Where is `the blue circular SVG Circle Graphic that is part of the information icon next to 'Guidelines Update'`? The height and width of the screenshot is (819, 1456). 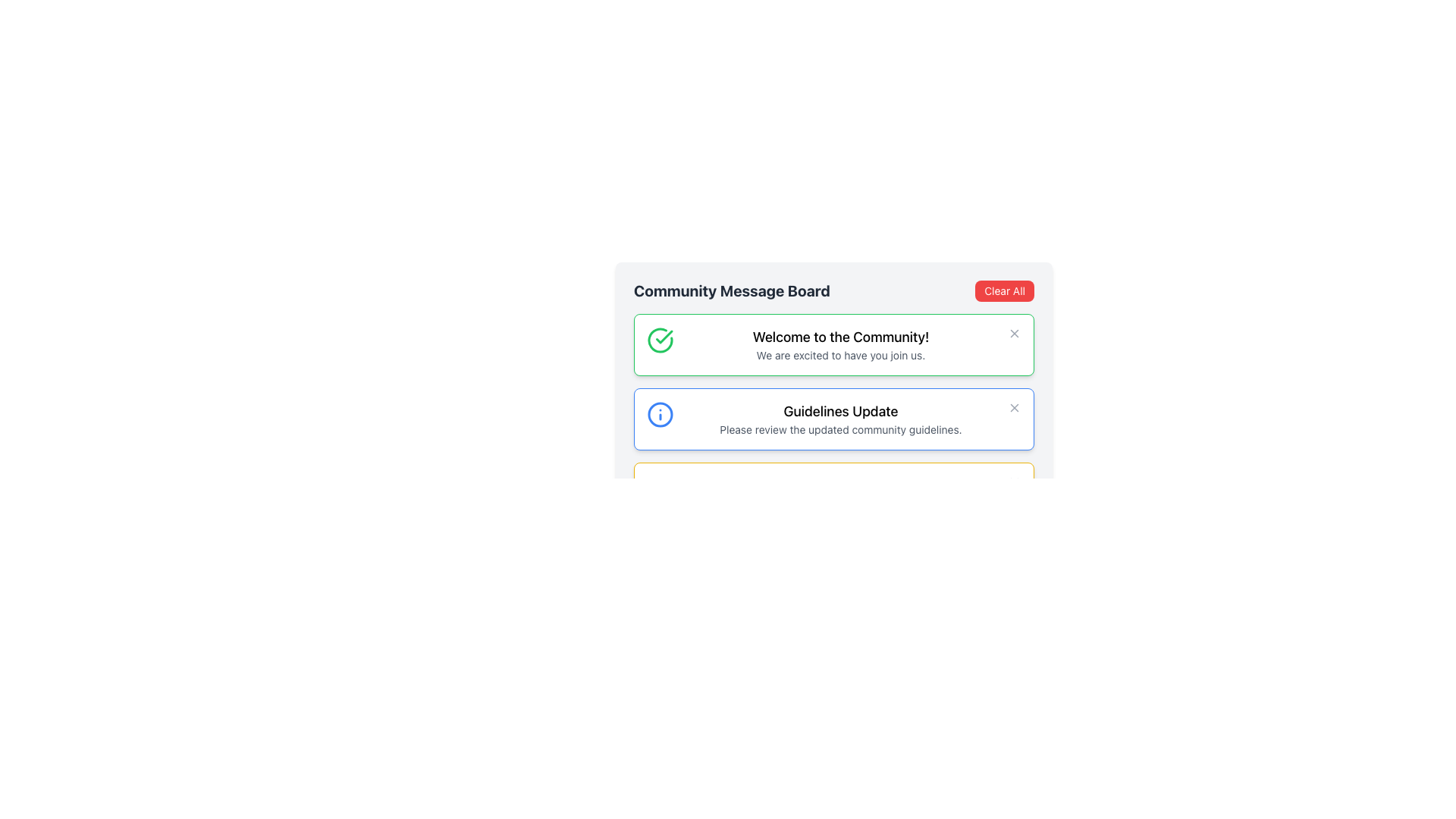
the blue circular SVG Circle Graphic that is part of the information icon next to 'Guidelines Update' is located at coordinates (660, 415).